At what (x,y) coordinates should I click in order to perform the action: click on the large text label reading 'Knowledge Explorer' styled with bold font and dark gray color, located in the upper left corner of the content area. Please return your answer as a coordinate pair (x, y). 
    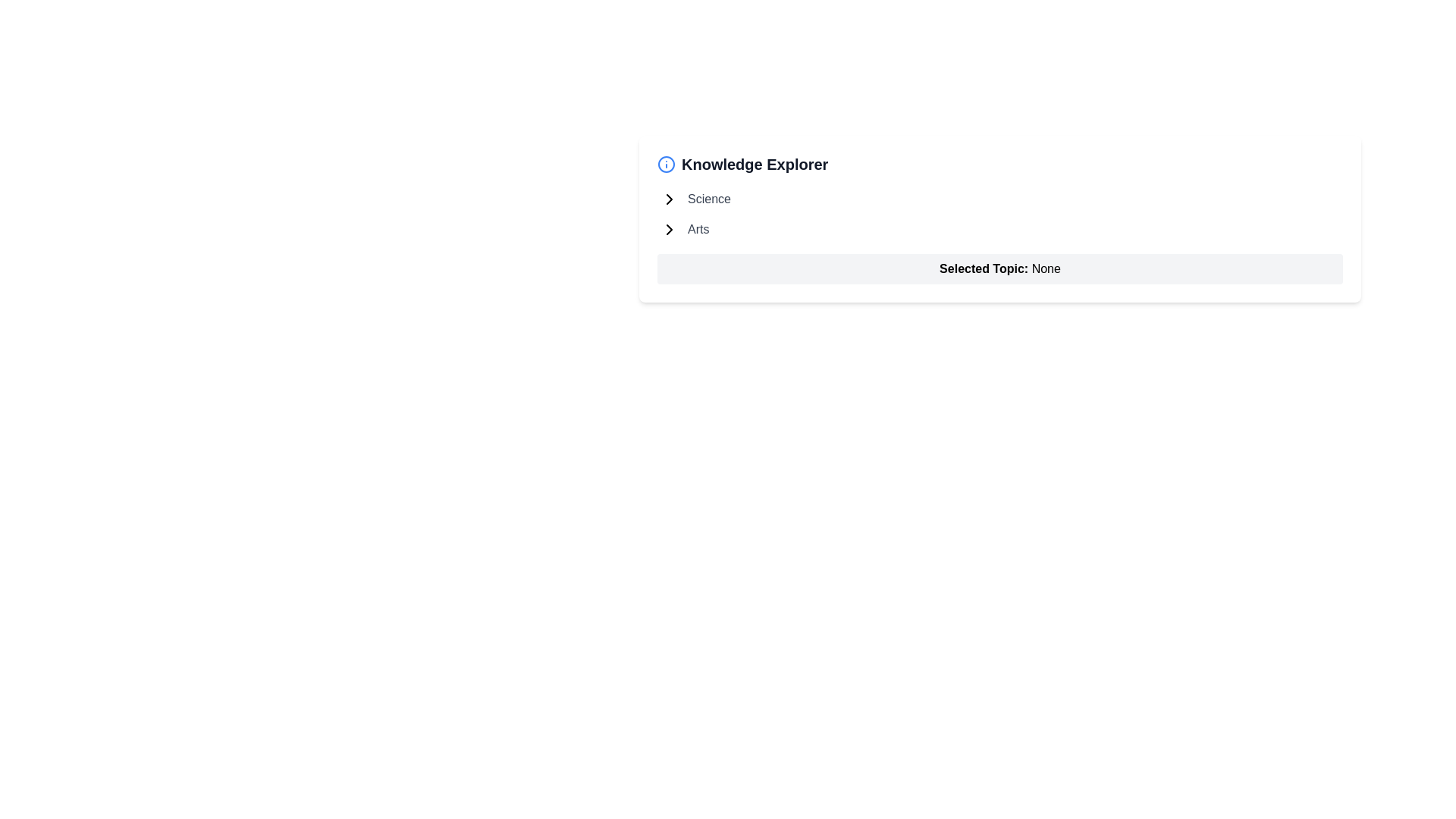
    Looking at the image, I should click on (755, 164).